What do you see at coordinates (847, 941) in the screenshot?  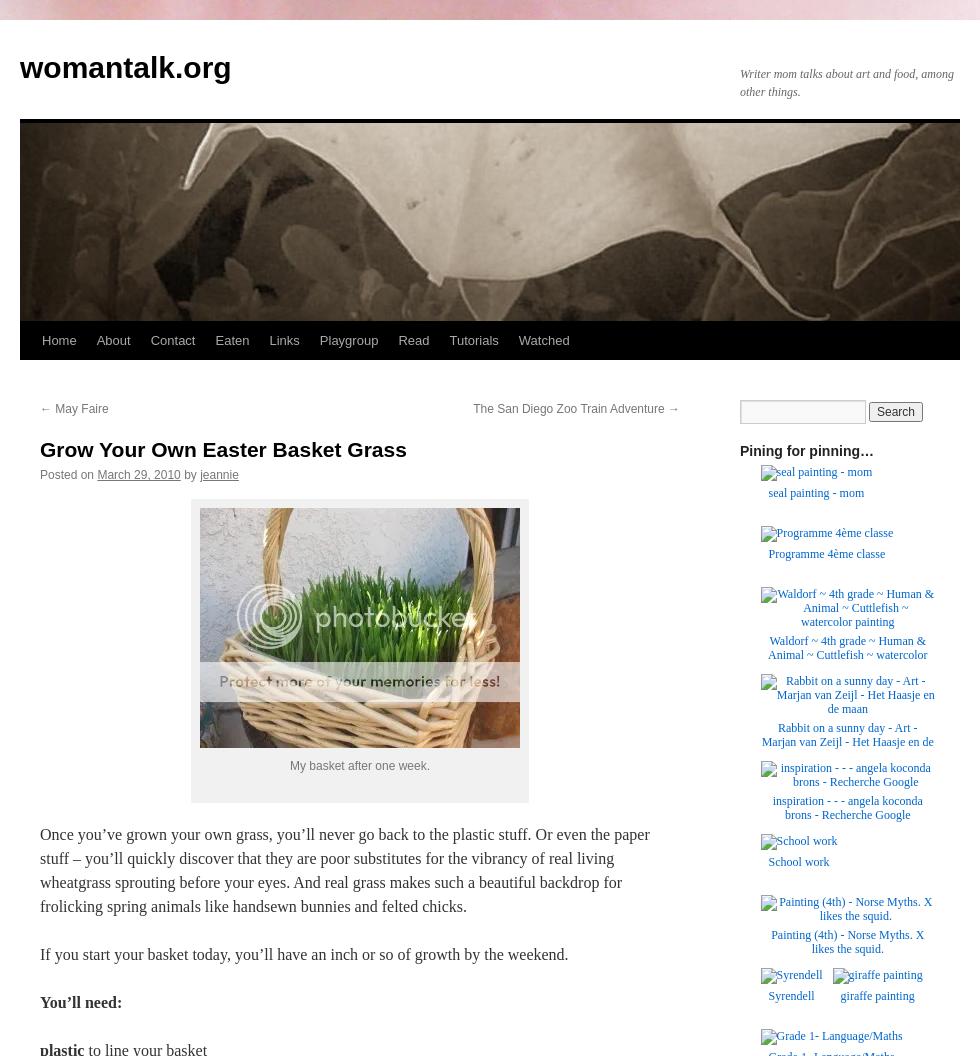 I see `'Painting (4th) - Norse Myths. X likes the squid.'` at bounding box center [847, 941].